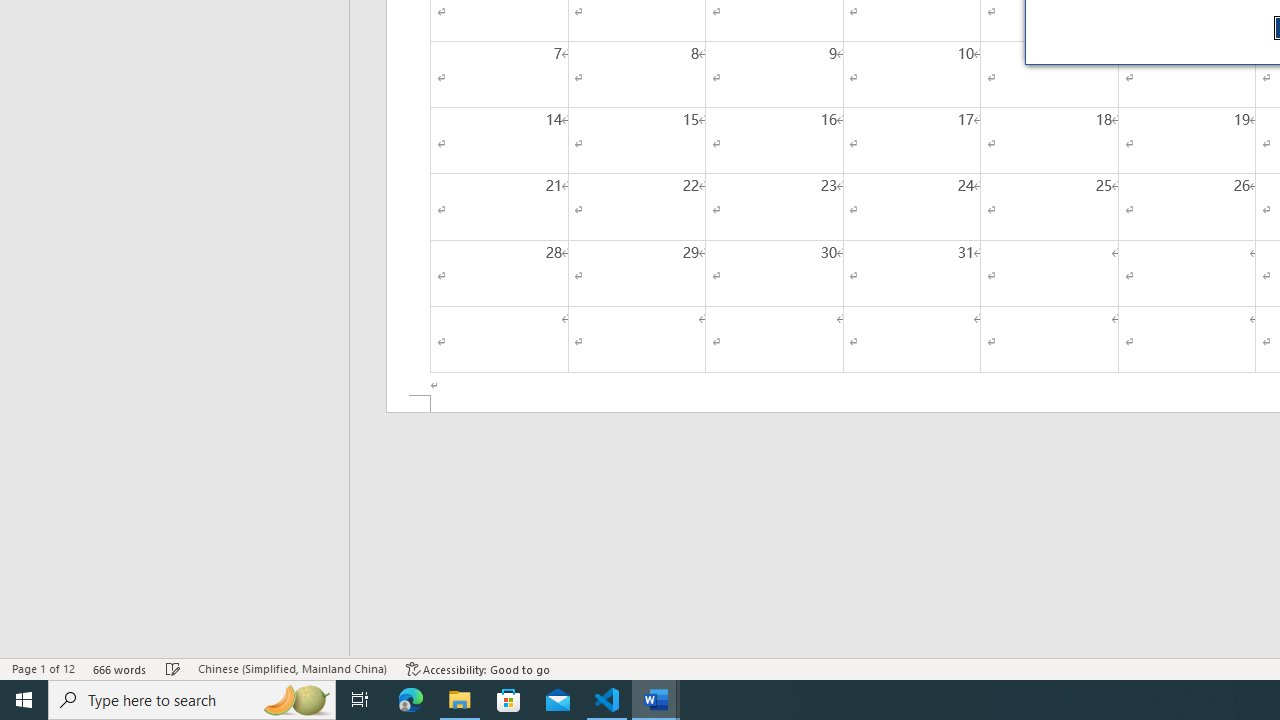 The image size is (1280, 720). What do you see at coordinates (509, 698) in the screenshot?
I see `'Microsoft Store'` at bounding box center [509, 698].